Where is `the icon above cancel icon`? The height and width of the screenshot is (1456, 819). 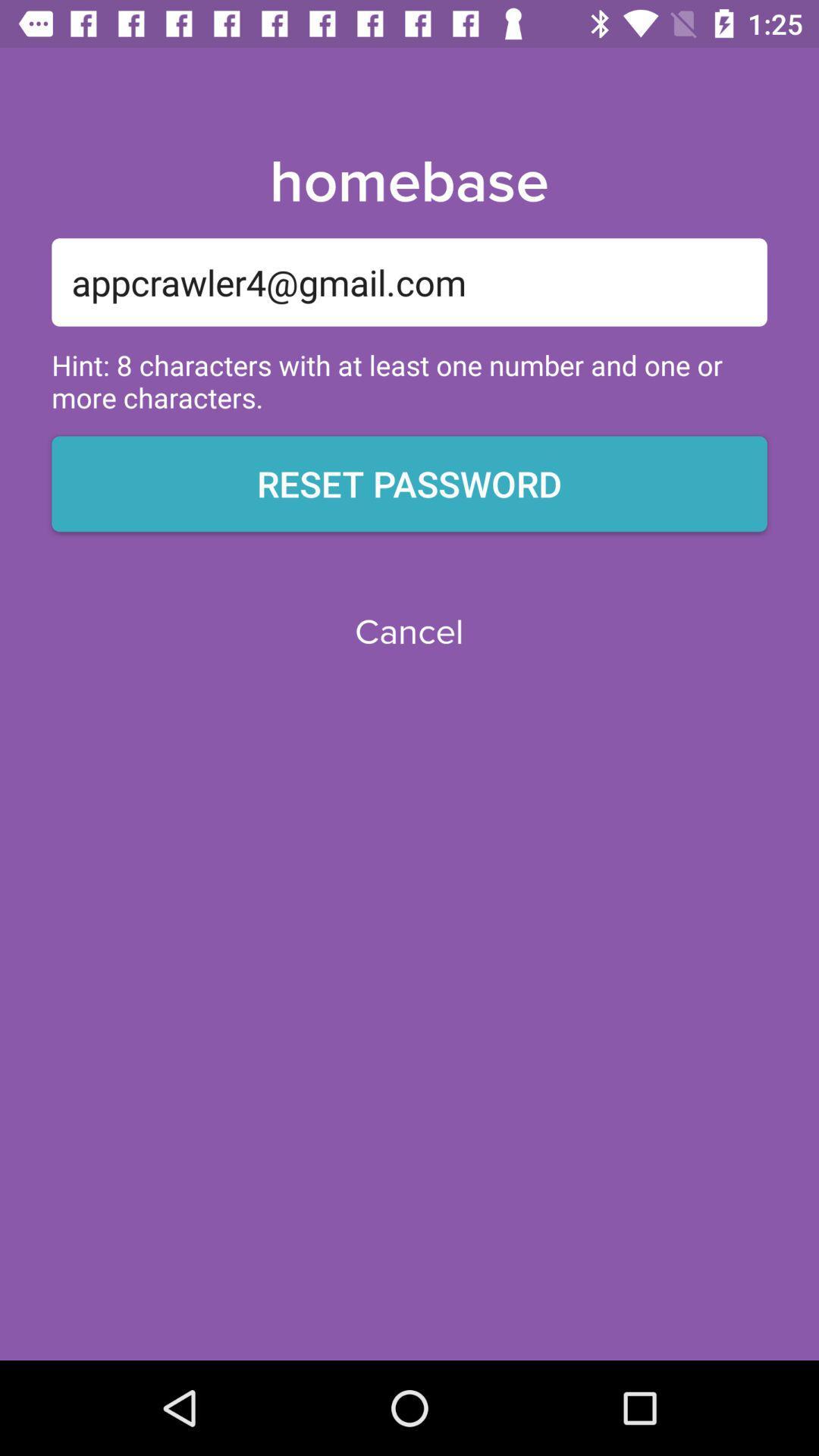 the icon above cancel icon is located at coordinates (409, 483).